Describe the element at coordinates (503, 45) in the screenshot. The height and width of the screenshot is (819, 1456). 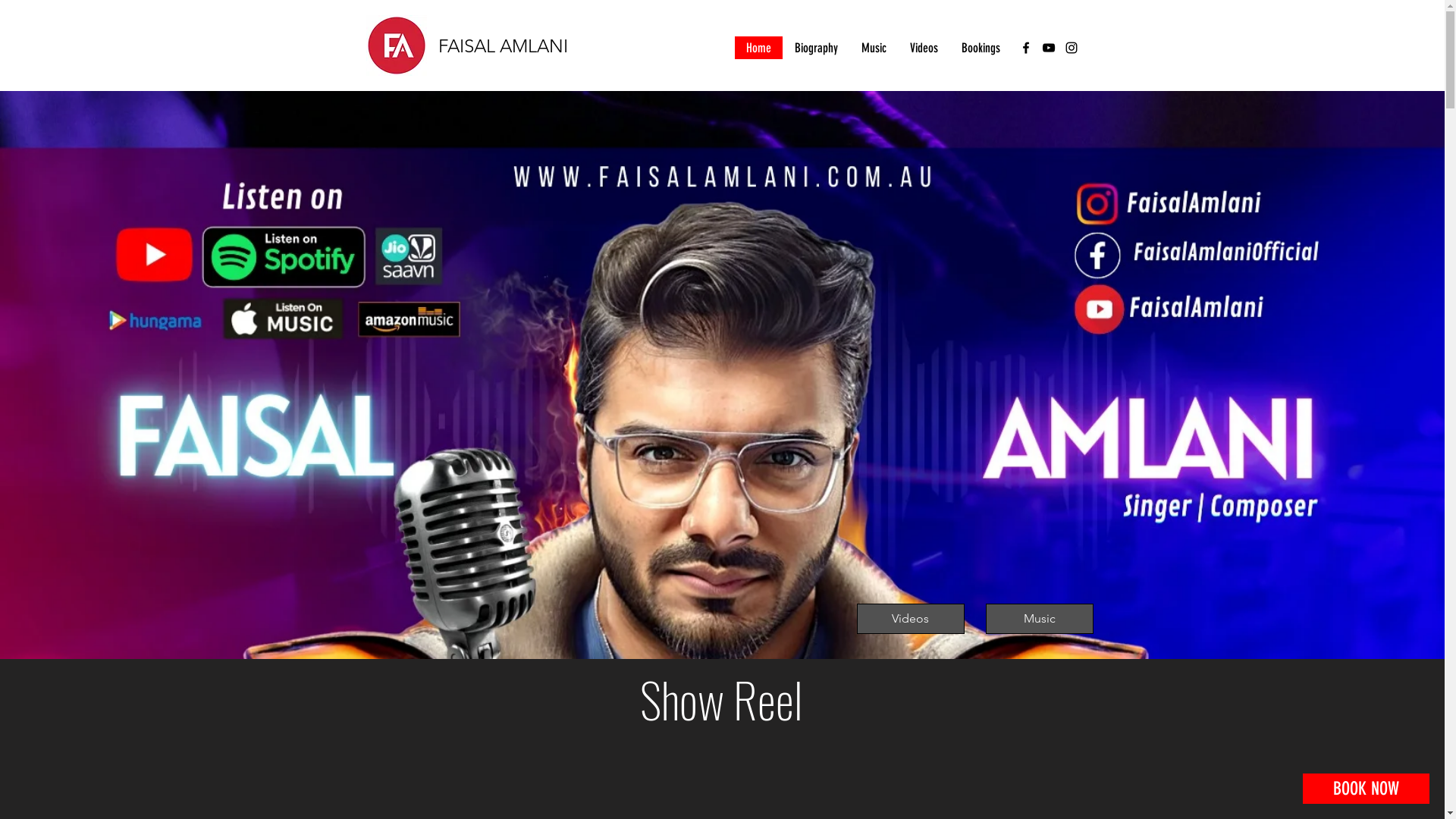
I see `'FAISAL AMLANI'` at that location.